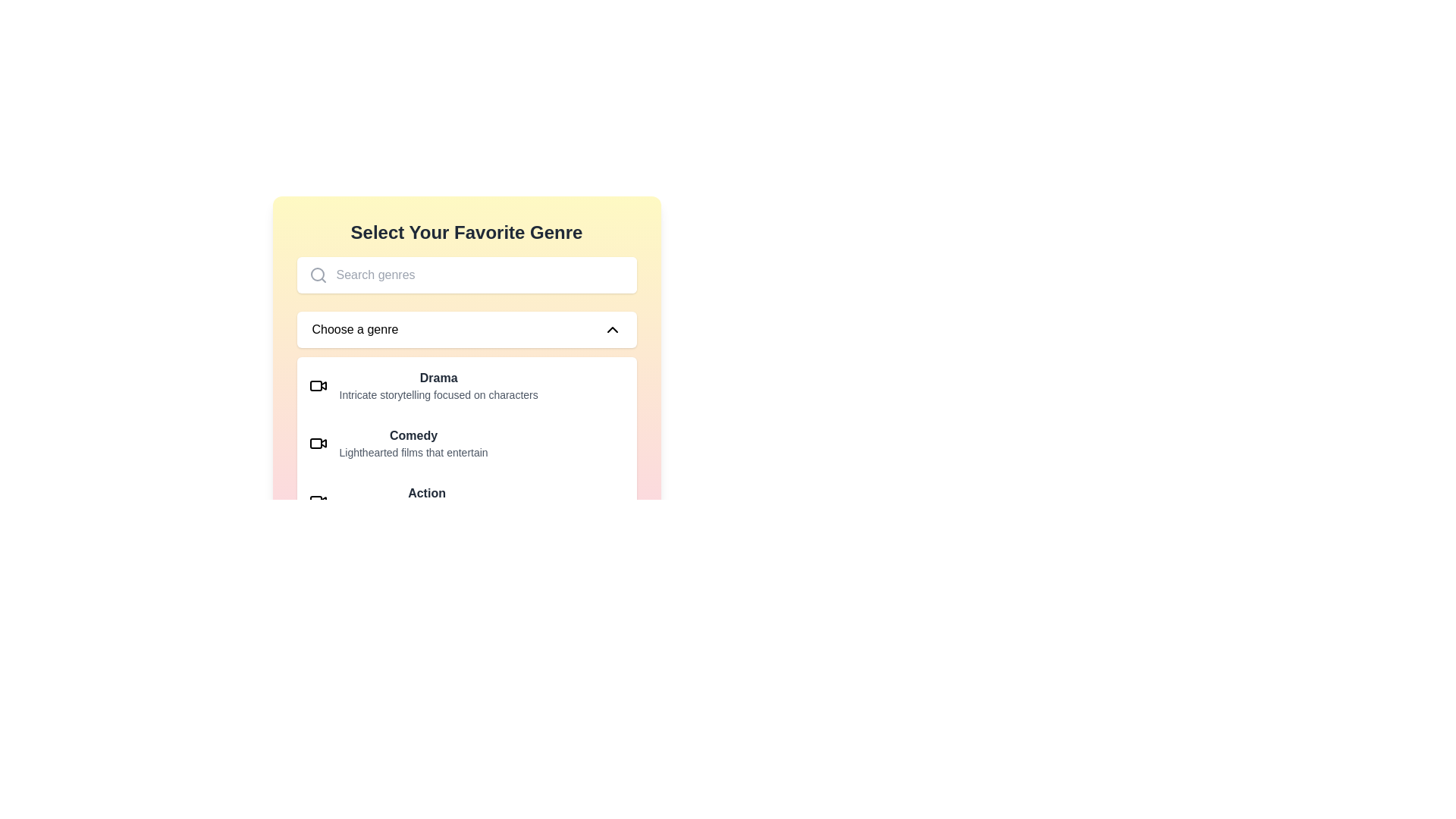 Image resolution: width=1456 pixels, height=819 pixels. Describe the element at coordinates (426, 500) in the screenshot. I see `the list item containing the title 'Action' and the description 'High-paced films with amazing stunts'` at that location.